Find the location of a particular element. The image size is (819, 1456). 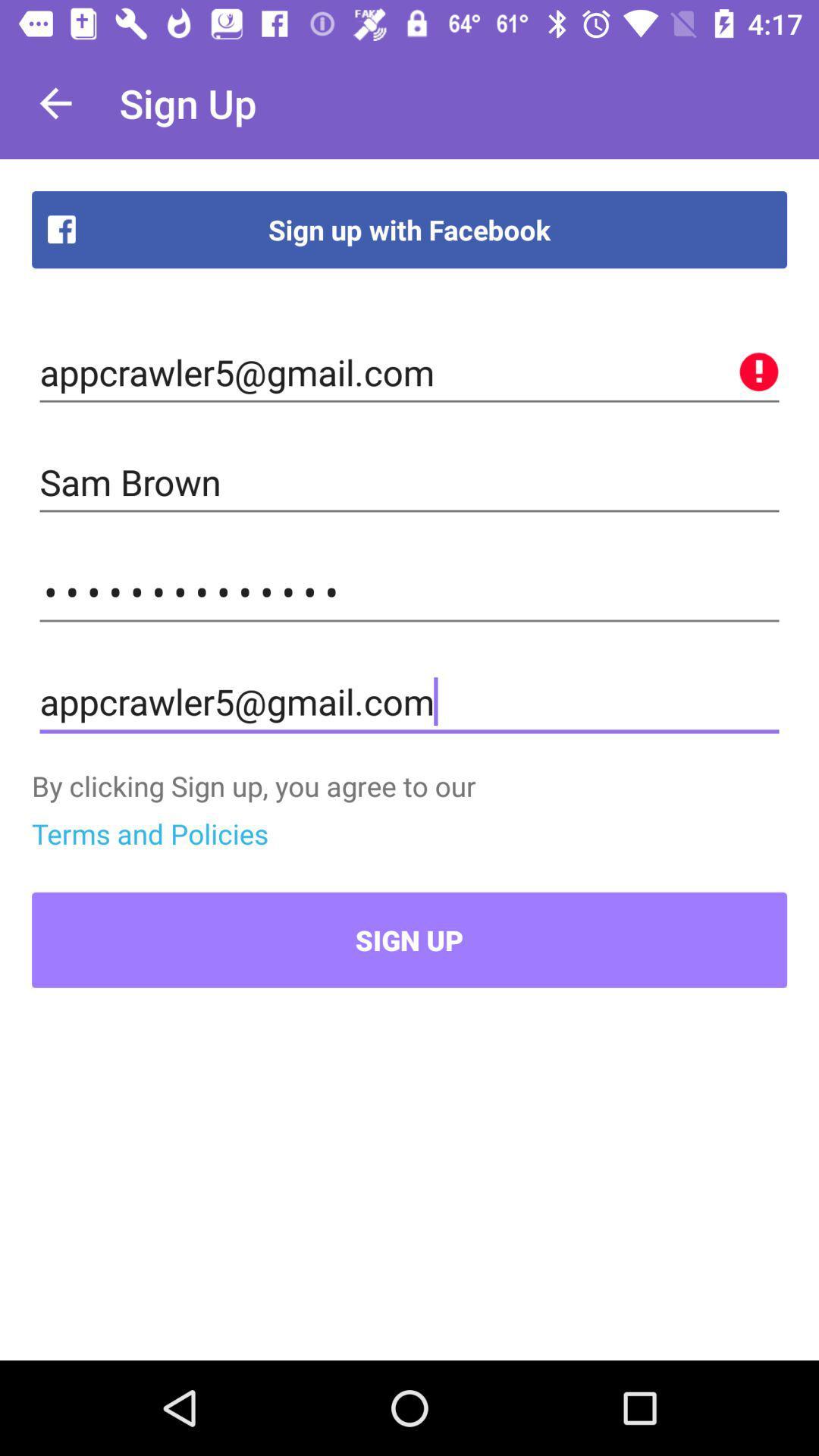

the appcrawler3116 is located at coordinates (409, 591).